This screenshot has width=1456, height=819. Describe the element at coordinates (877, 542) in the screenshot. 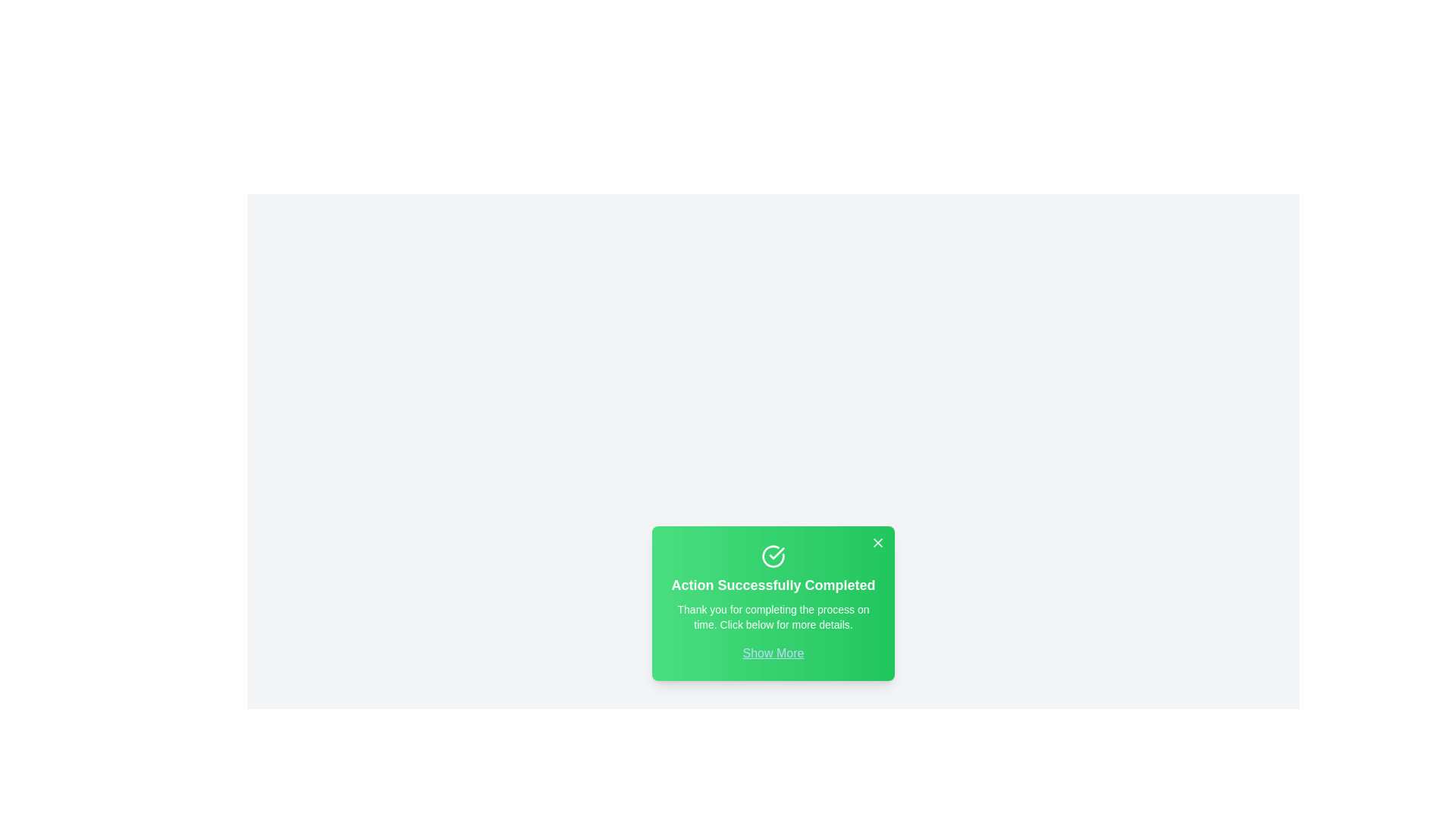

I see `the close button to hide the alert` at that location.